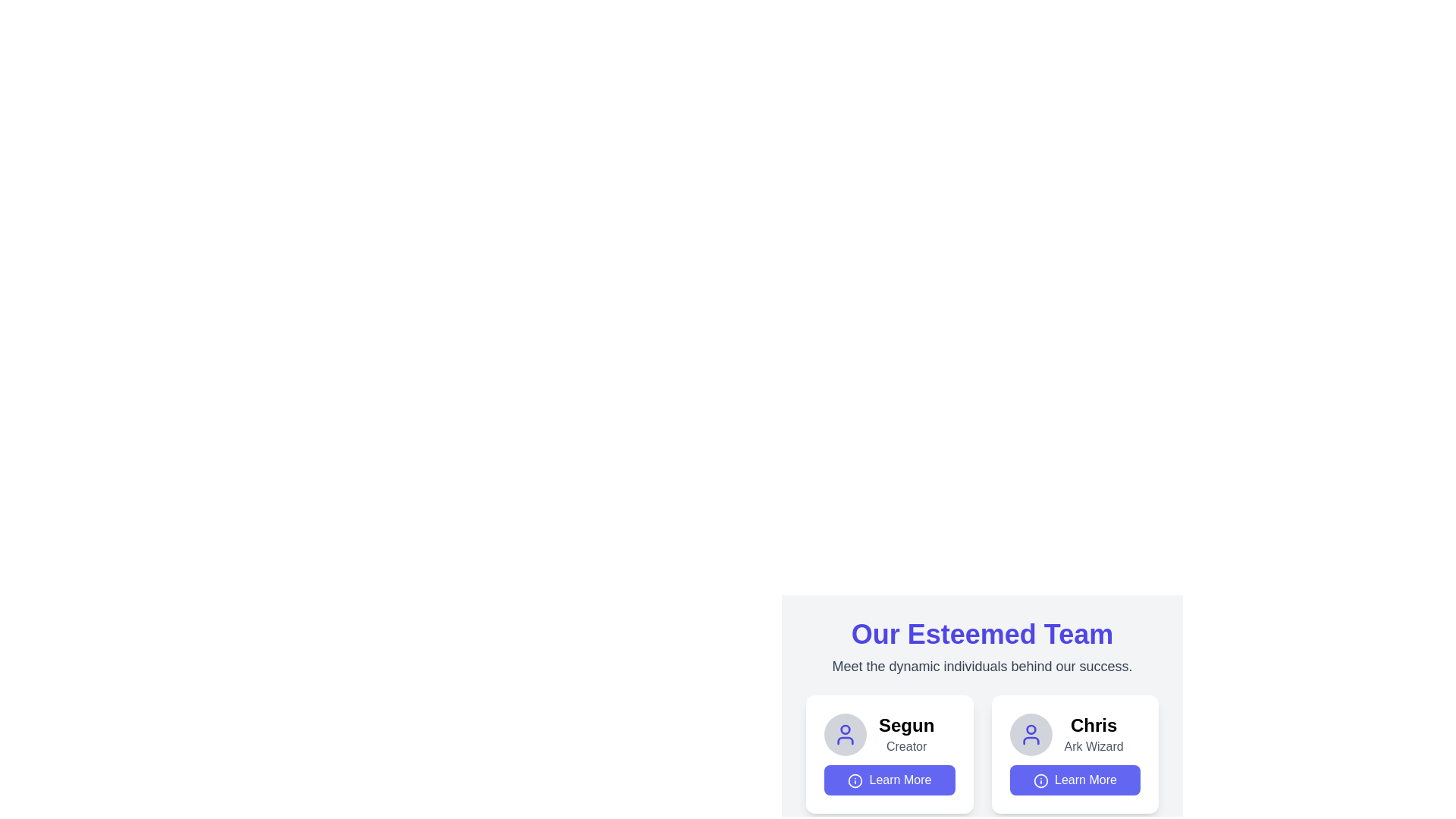 The width and height of the screenshot is (1456, 819). I want to click on text label displaying 'Creator' located below the bold text label 'Segun' in the profile card of the team showcase, so click(906, 745).